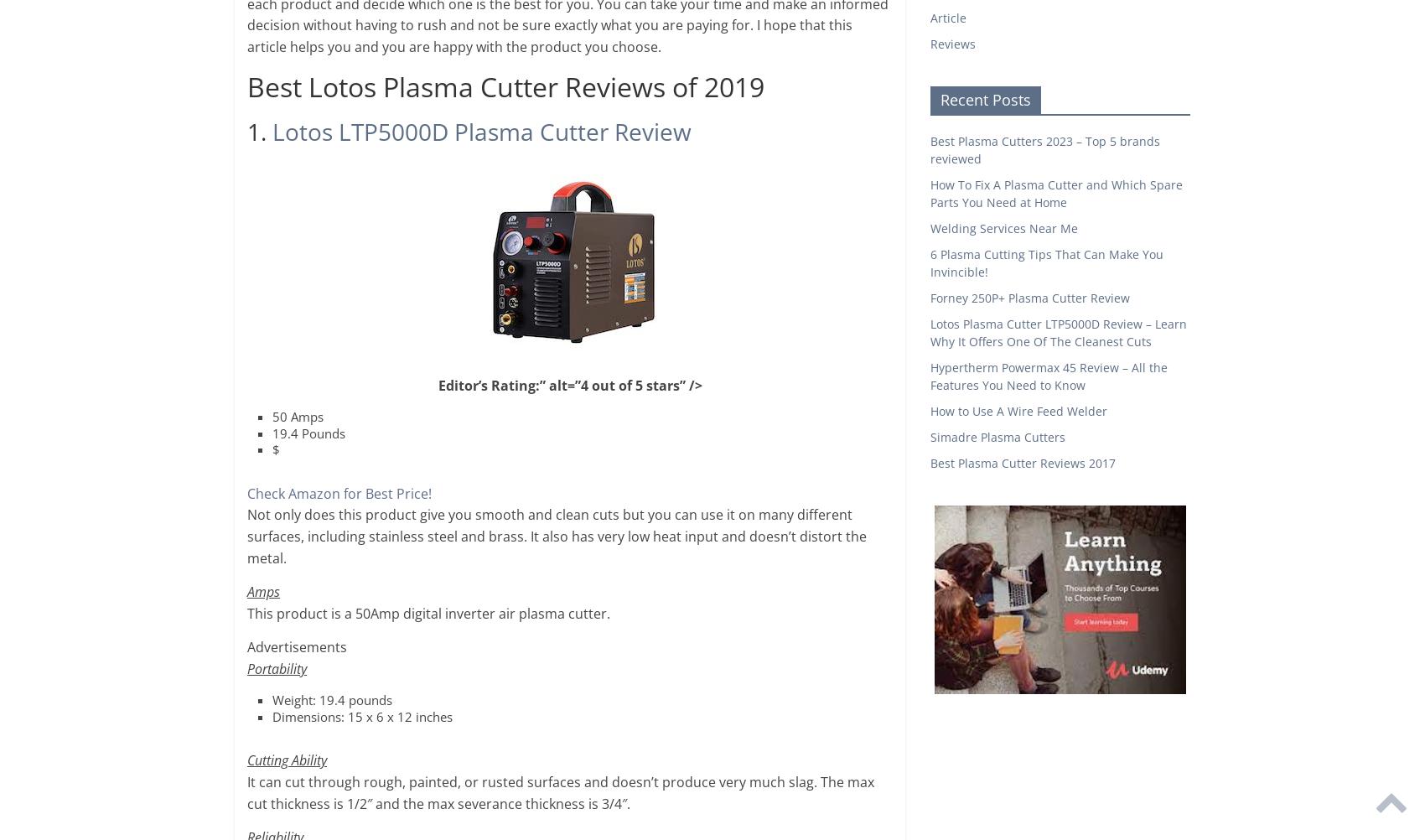 The width and height of the screenshot is (1425, 840). Describe the element at coordinates (331, 698) in the screenshot. I see `'Weight: 19.4 pounds'` at that location.